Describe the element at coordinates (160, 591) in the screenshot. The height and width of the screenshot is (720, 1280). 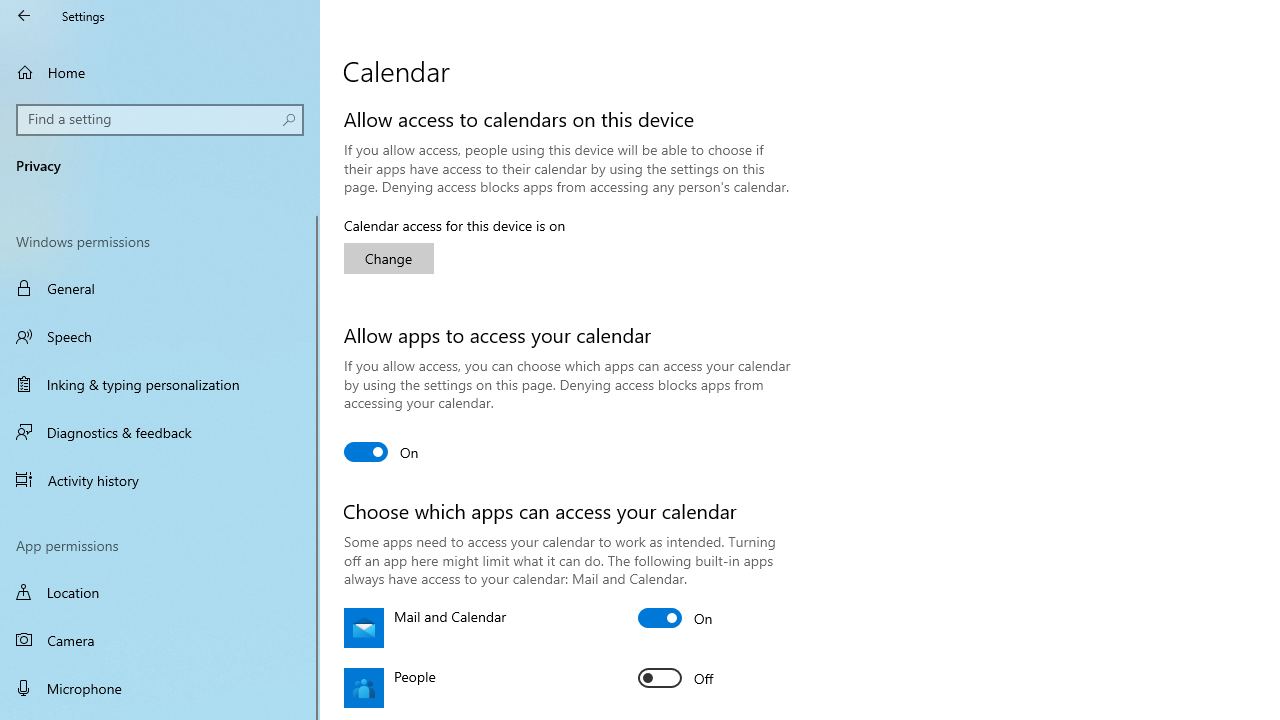
I see `'Location'` at that location.